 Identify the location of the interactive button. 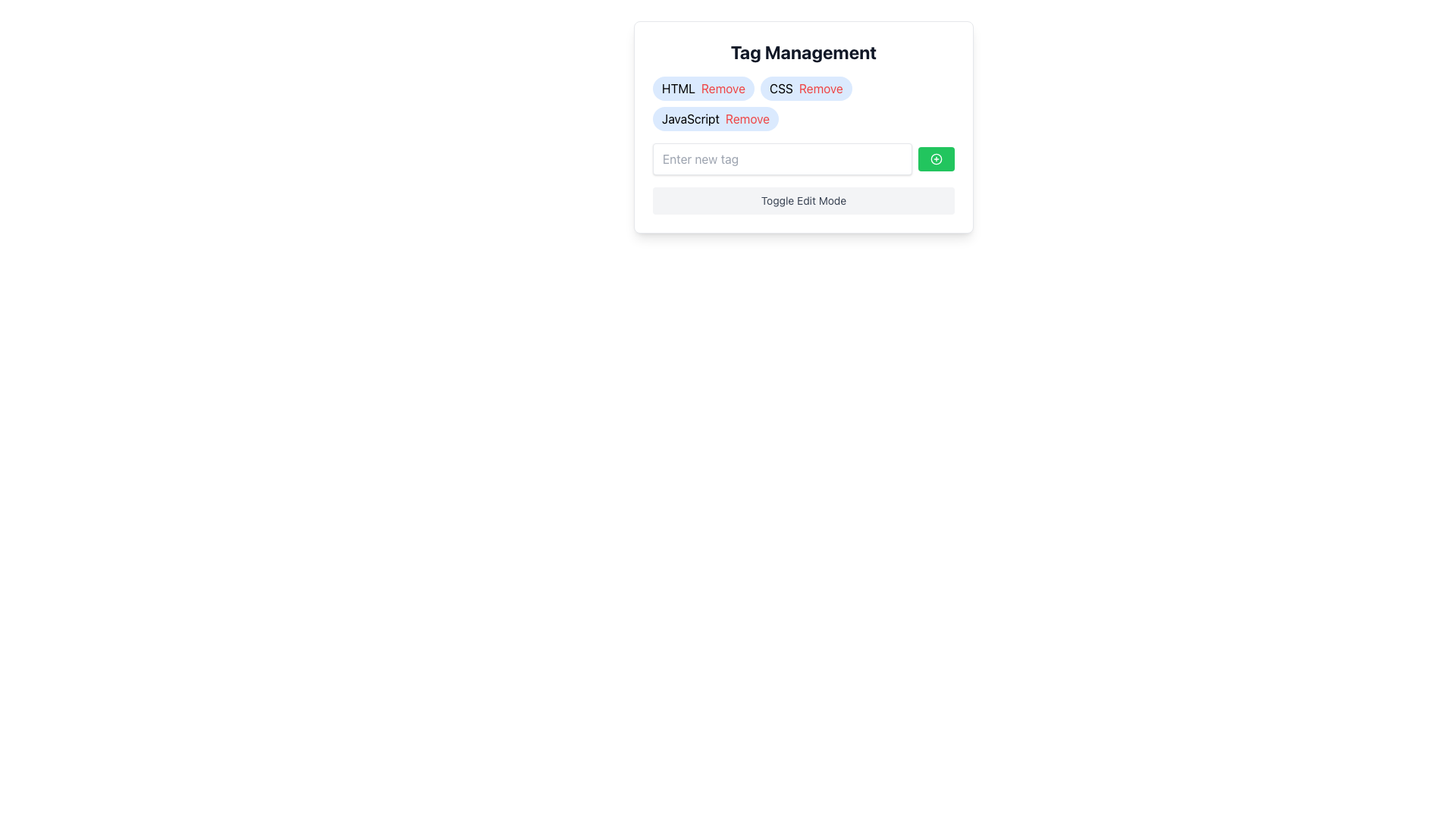
(935, 158).